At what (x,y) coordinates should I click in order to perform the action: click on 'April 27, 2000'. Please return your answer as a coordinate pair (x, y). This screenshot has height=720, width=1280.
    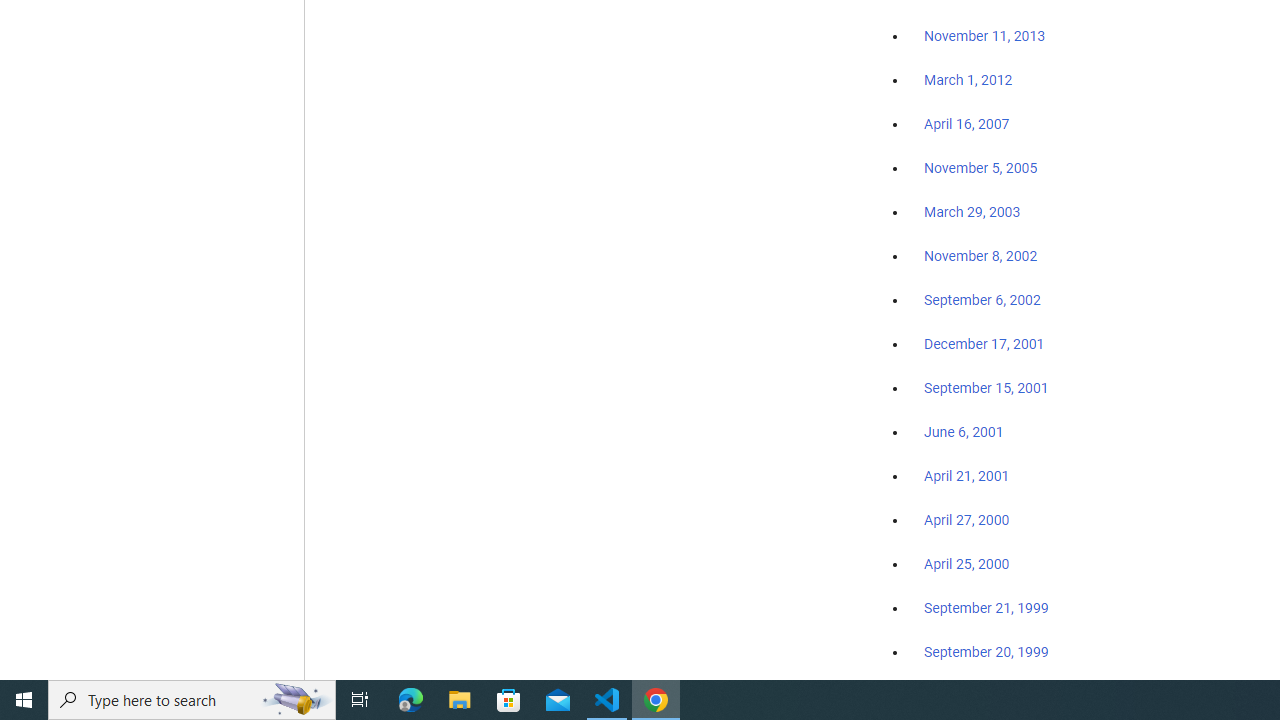
    Looking at the image, I should click on (967, 519).